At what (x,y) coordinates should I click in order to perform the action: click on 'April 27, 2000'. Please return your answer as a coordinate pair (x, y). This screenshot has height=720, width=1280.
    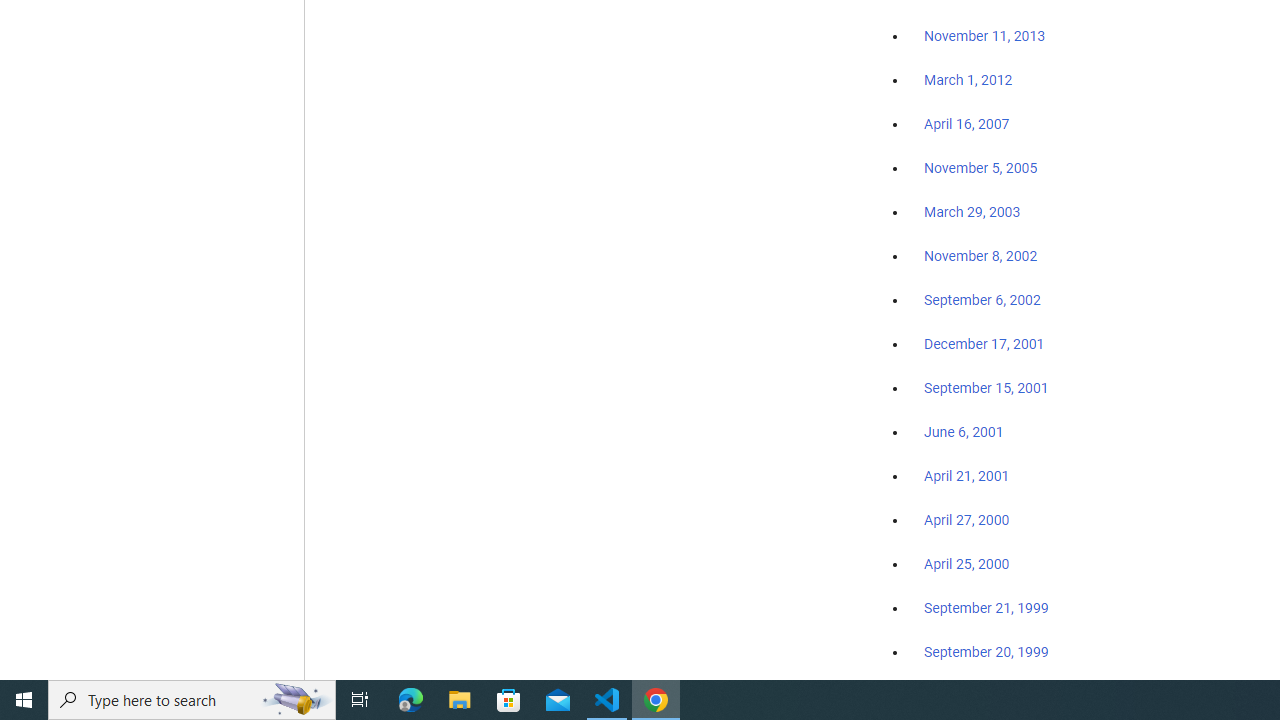
    Looking at the image, I should click on (967, 519).